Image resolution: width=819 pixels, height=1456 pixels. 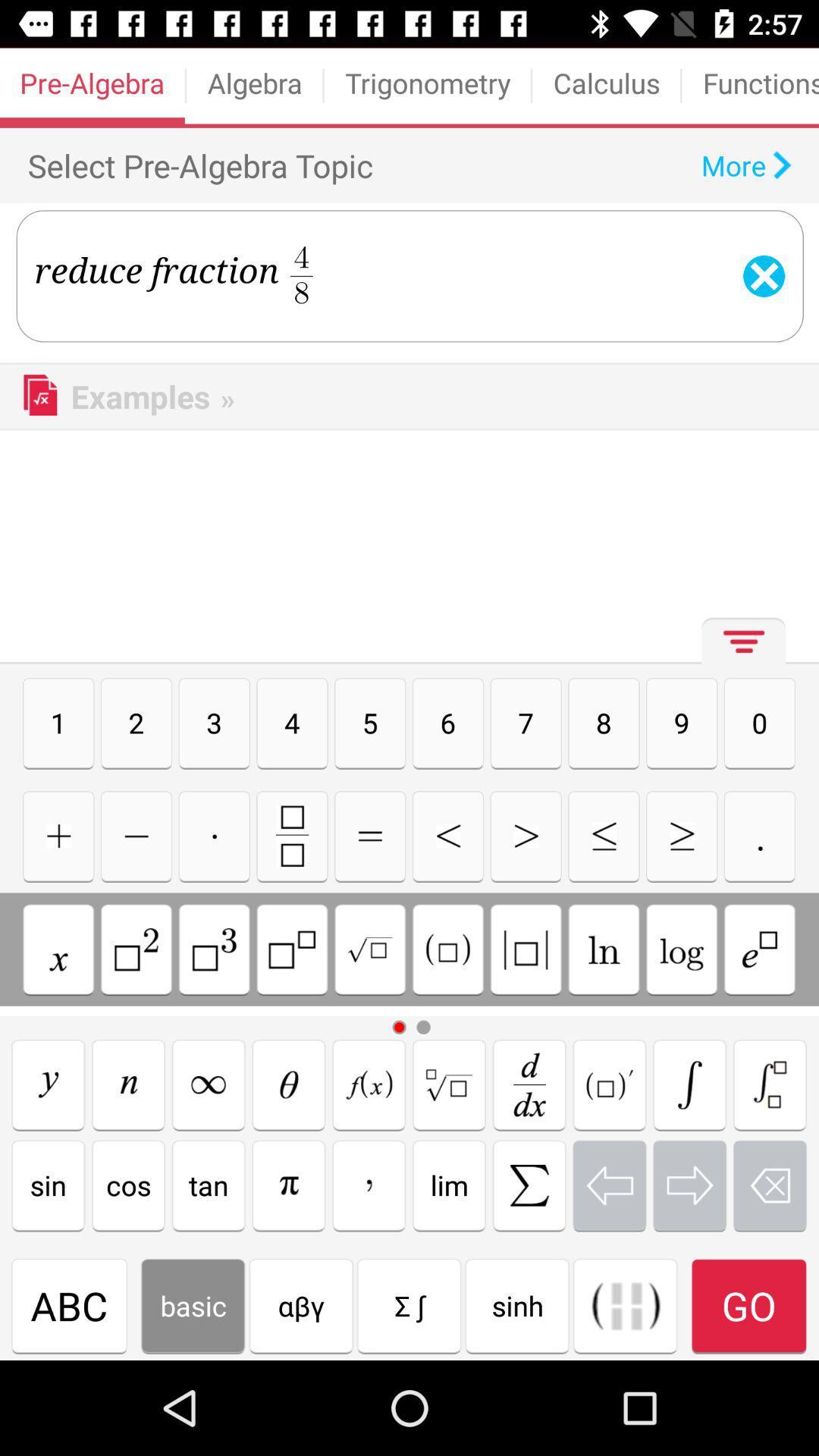 What do you see at coordinates (292, 835) in the screenshot?
I see `type fraction` at bounding box center [292, 835].